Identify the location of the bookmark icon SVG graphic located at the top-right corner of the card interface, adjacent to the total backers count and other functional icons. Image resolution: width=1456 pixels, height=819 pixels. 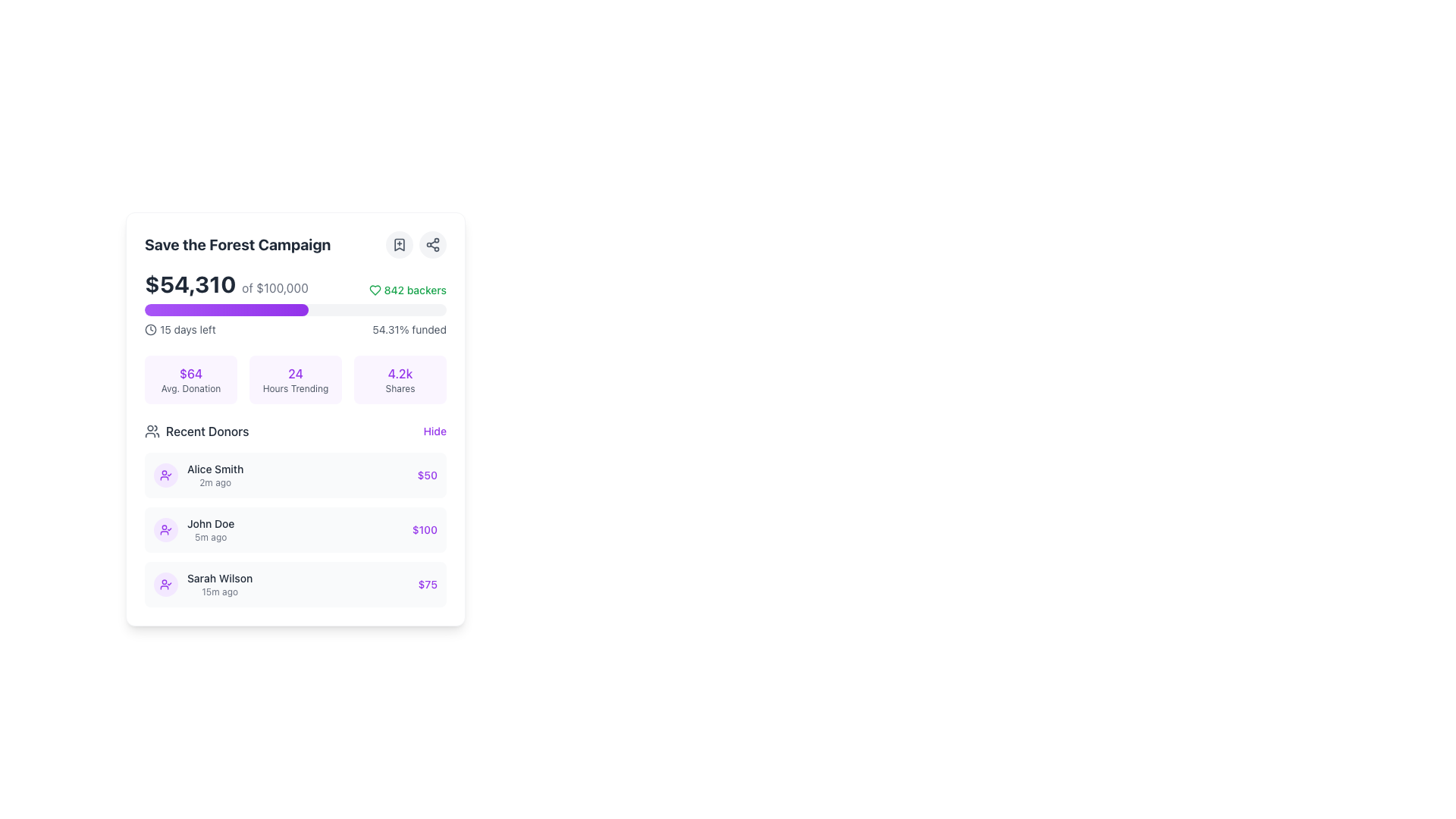
(400, 244).